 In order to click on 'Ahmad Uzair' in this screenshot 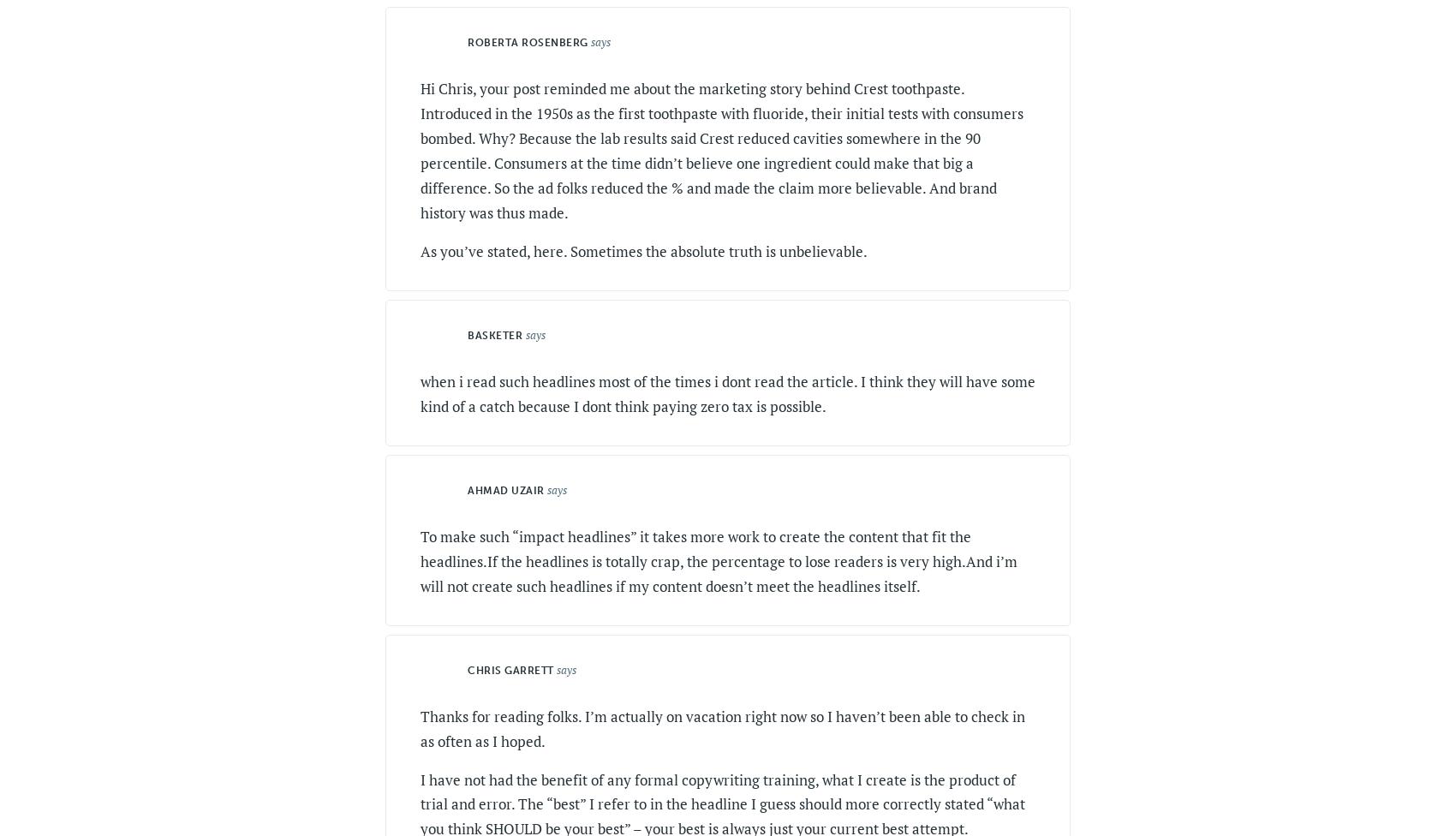, I will do `click(504, 490)`.